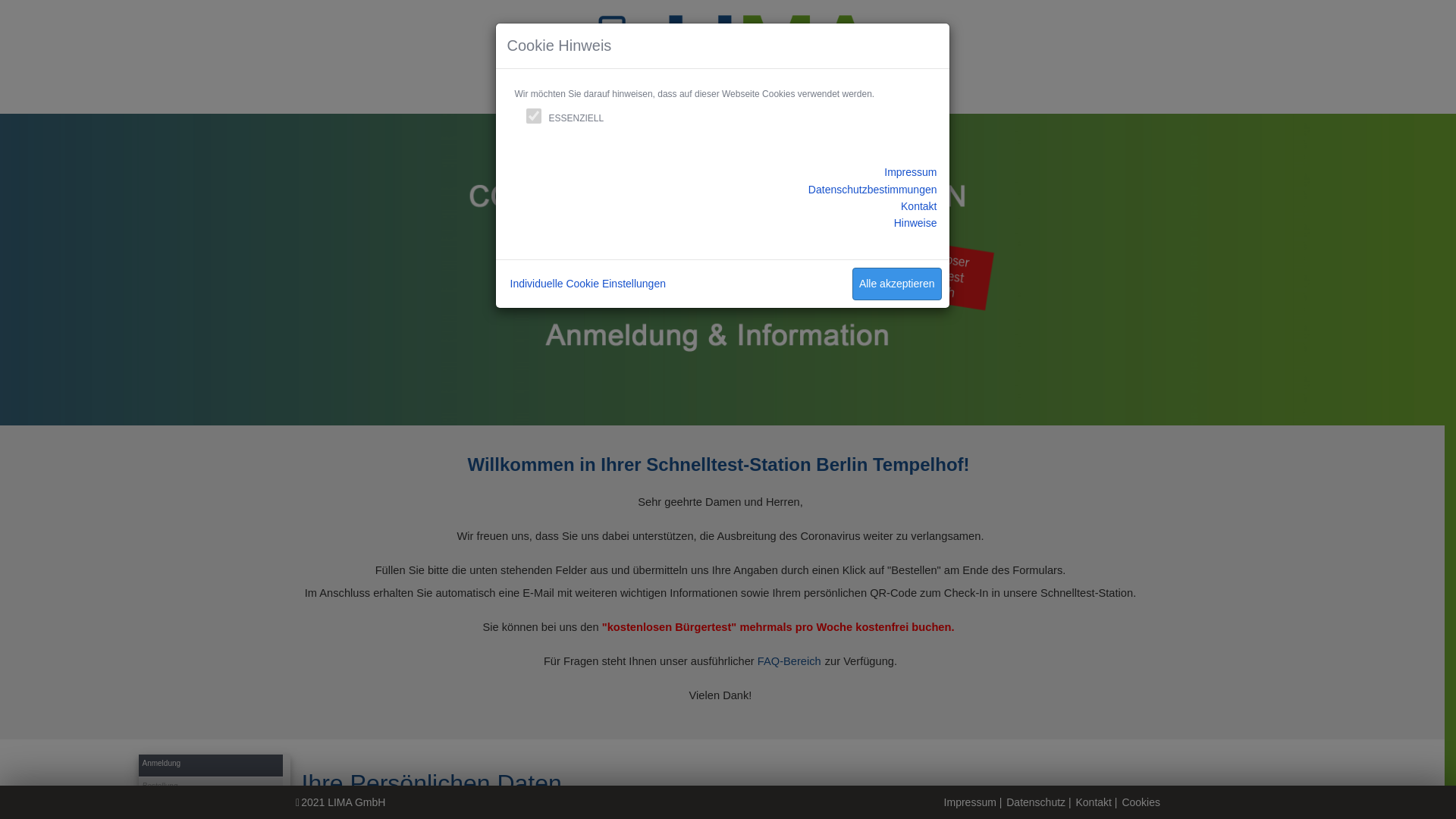 This screenshot has height=819, width=1456. What do you see at coordinates (873, 189) in the screenshot?
I see `'Datenschutzbestimmungen'` at bounding box center [873, 189].